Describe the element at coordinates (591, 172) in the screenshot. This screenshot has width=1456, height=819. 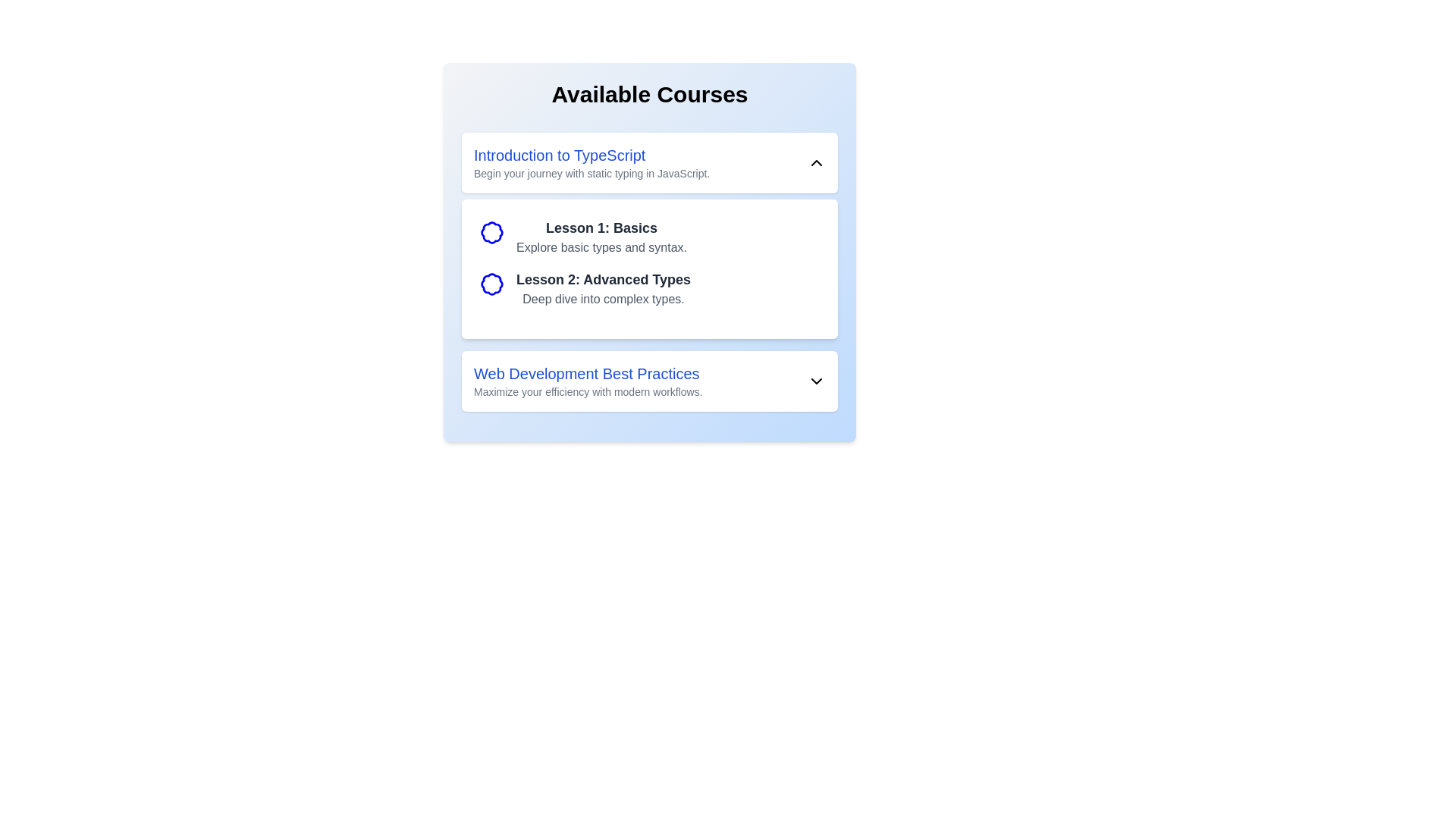
I see `the Text label that says 'Begin your journey with static typing in JavaScript.', which is styled in a smaller gray font and located beneath the larger blue hyperlink titled 'Introduction to TypeScript'` at that location.